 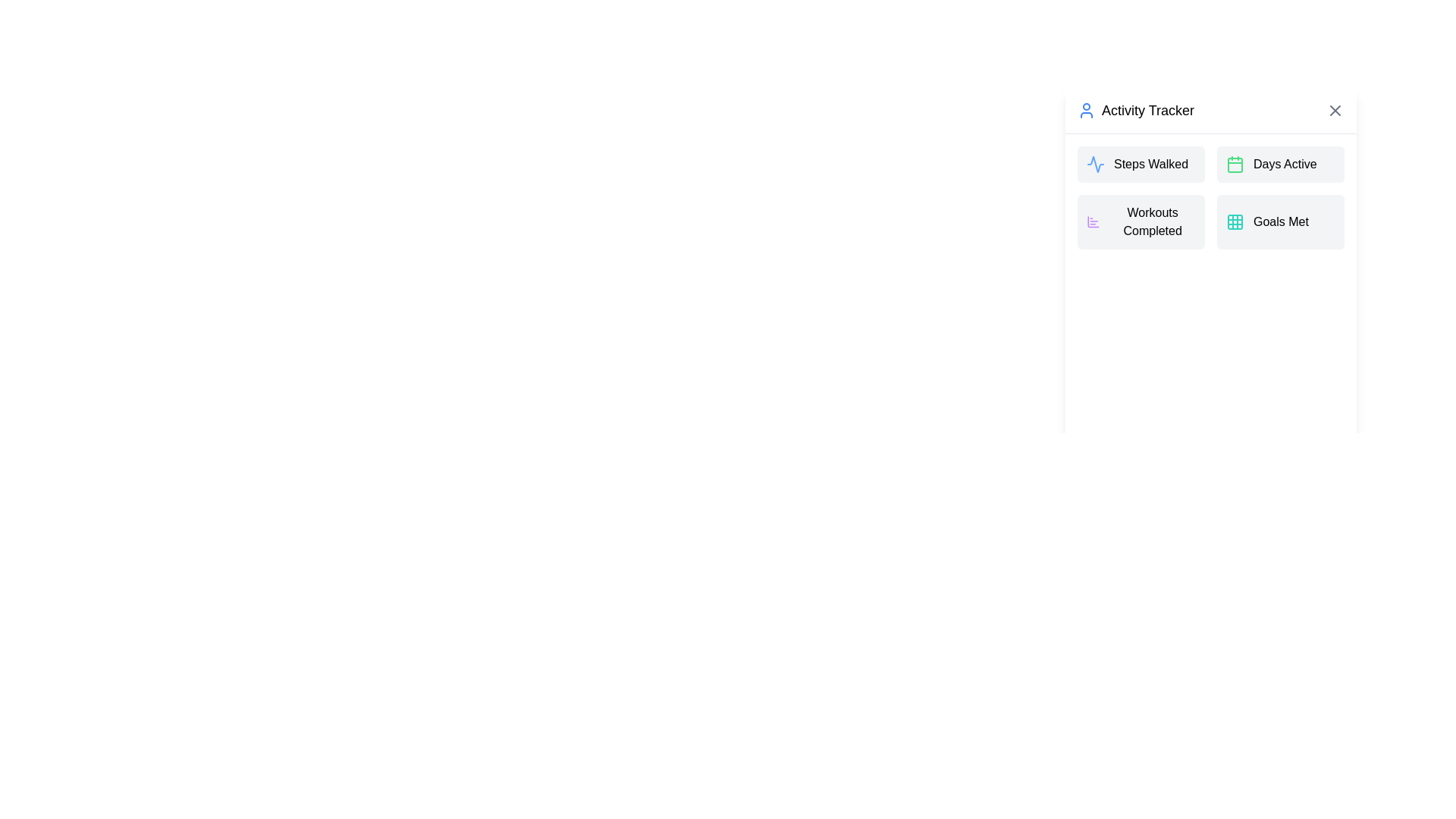 What do you see at coordinates (1235, 164) in the screenshot?
I see `the calendar icon located to the left of the 'Days Active' text in the Activity Tracker section` at bounding box center [1235, 164].